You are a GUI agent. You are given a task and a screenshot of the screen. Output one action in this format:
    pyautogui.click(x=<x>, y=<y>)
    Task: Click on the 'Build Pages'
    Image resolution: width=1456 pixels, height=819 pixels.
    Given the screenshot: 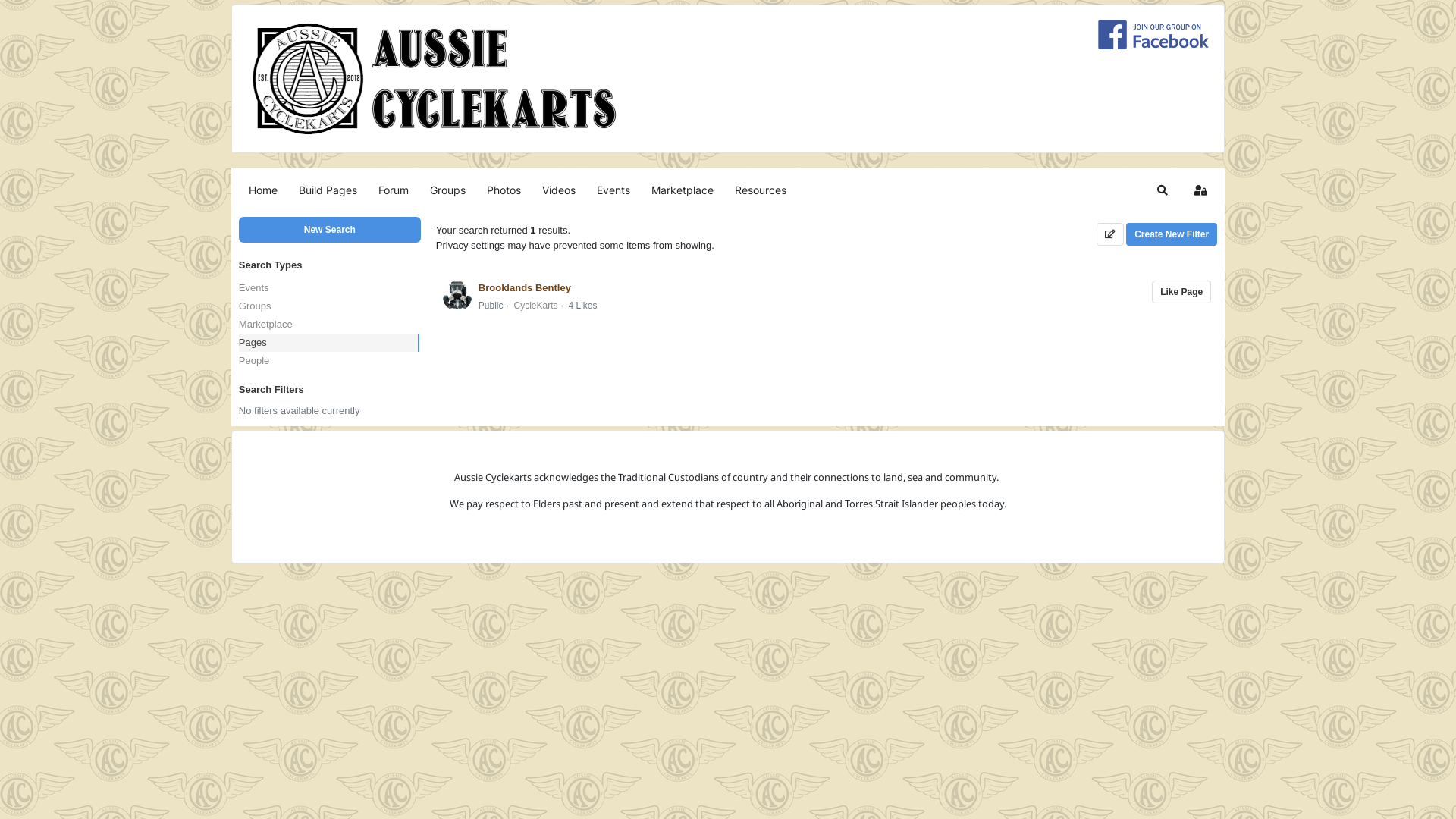 What is the action you would take?
    pyautogui.click(x=327, y=189)
    